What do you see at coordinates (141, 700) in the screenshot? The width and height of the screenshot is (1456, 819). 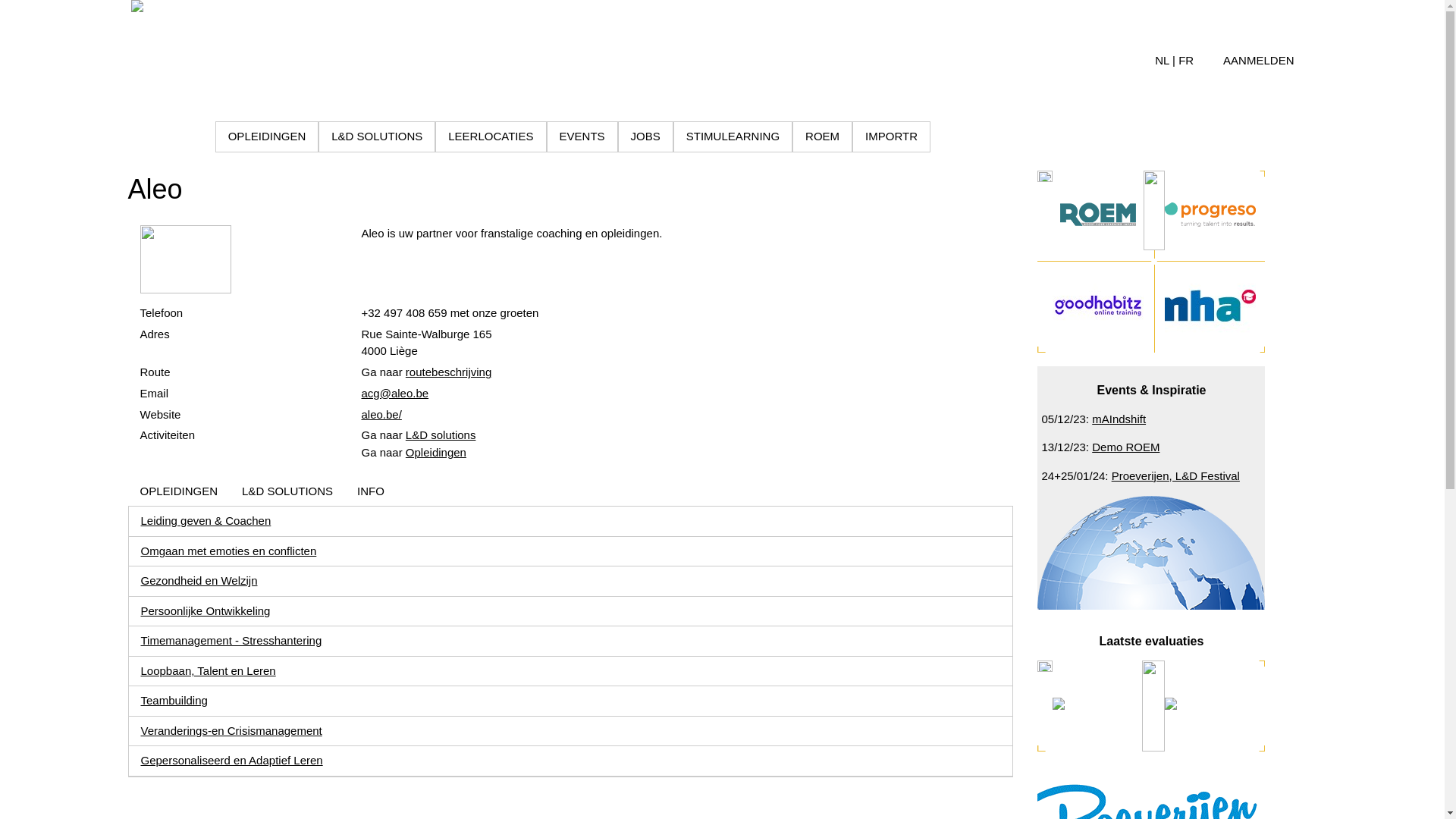 I see `'Teambuilding'` at bounding box center [141, 700].